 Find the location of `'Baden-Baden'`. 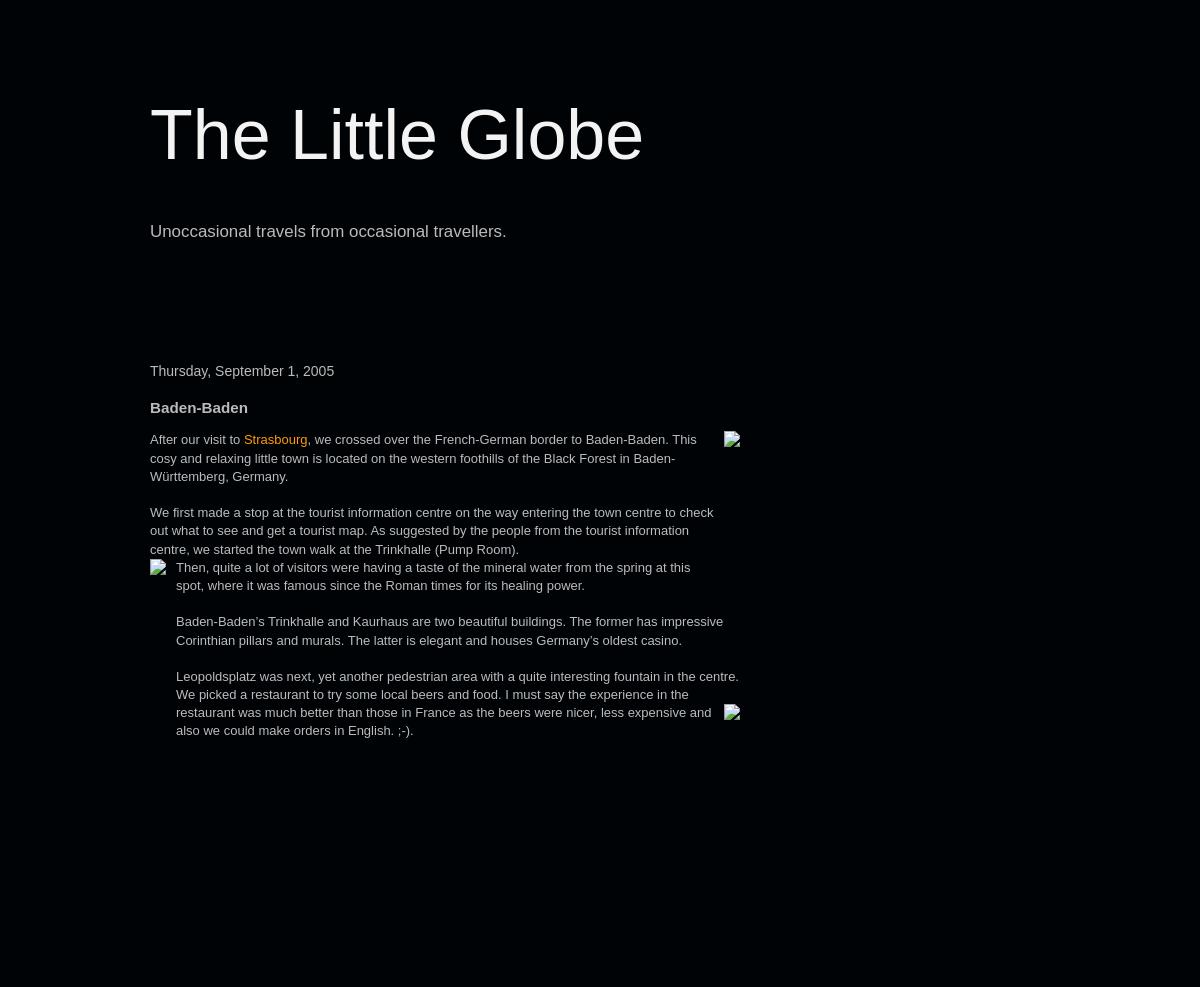

'Baden-Baden' is located at coordinates (197, 407).